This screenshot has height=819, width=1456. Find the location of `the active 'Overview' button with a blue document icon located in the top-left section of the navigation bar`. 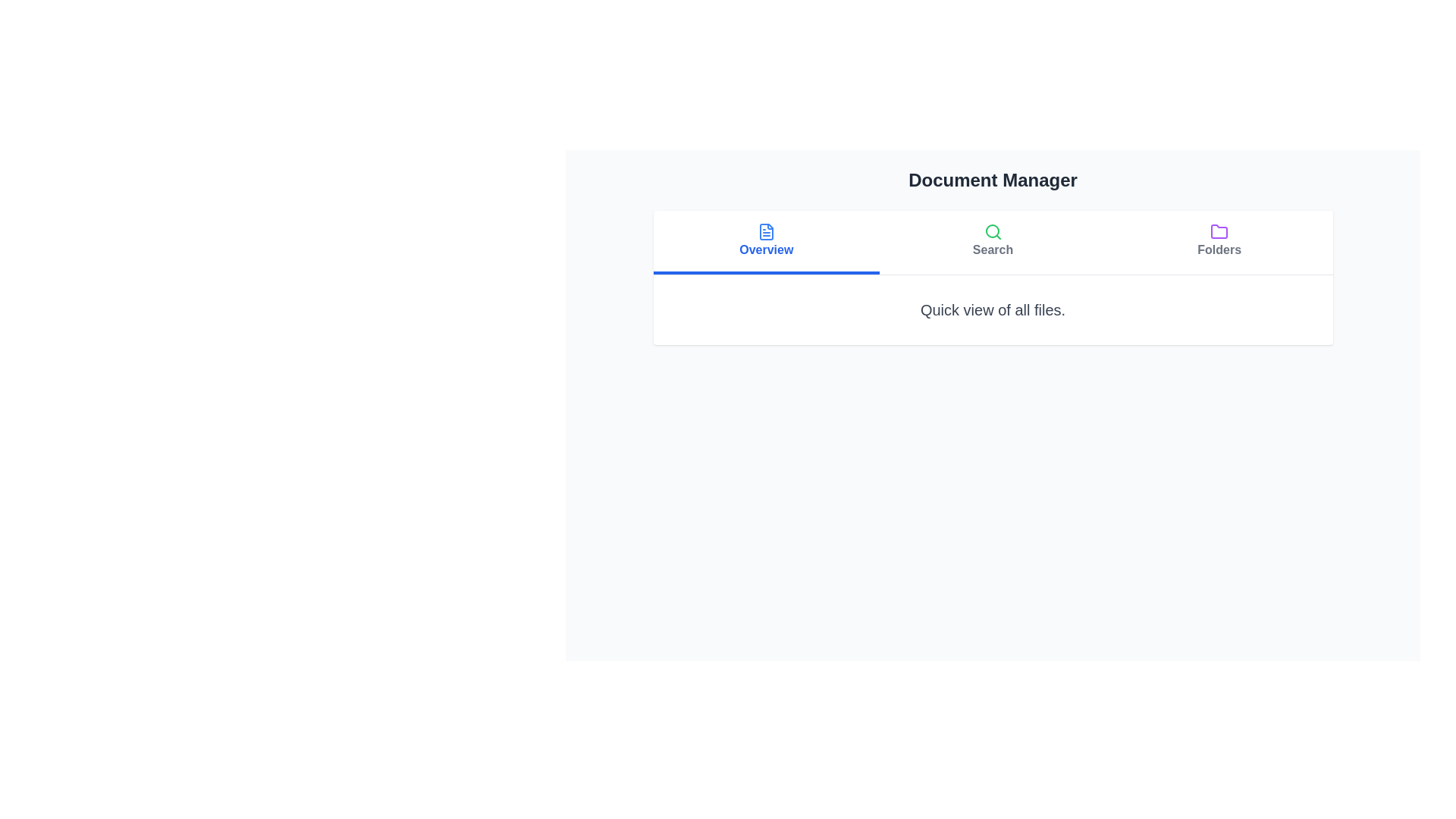

the active 'Overview' button with a blue document icon located in the top-left section of the navigation bar is located at coordinates (766, 242).